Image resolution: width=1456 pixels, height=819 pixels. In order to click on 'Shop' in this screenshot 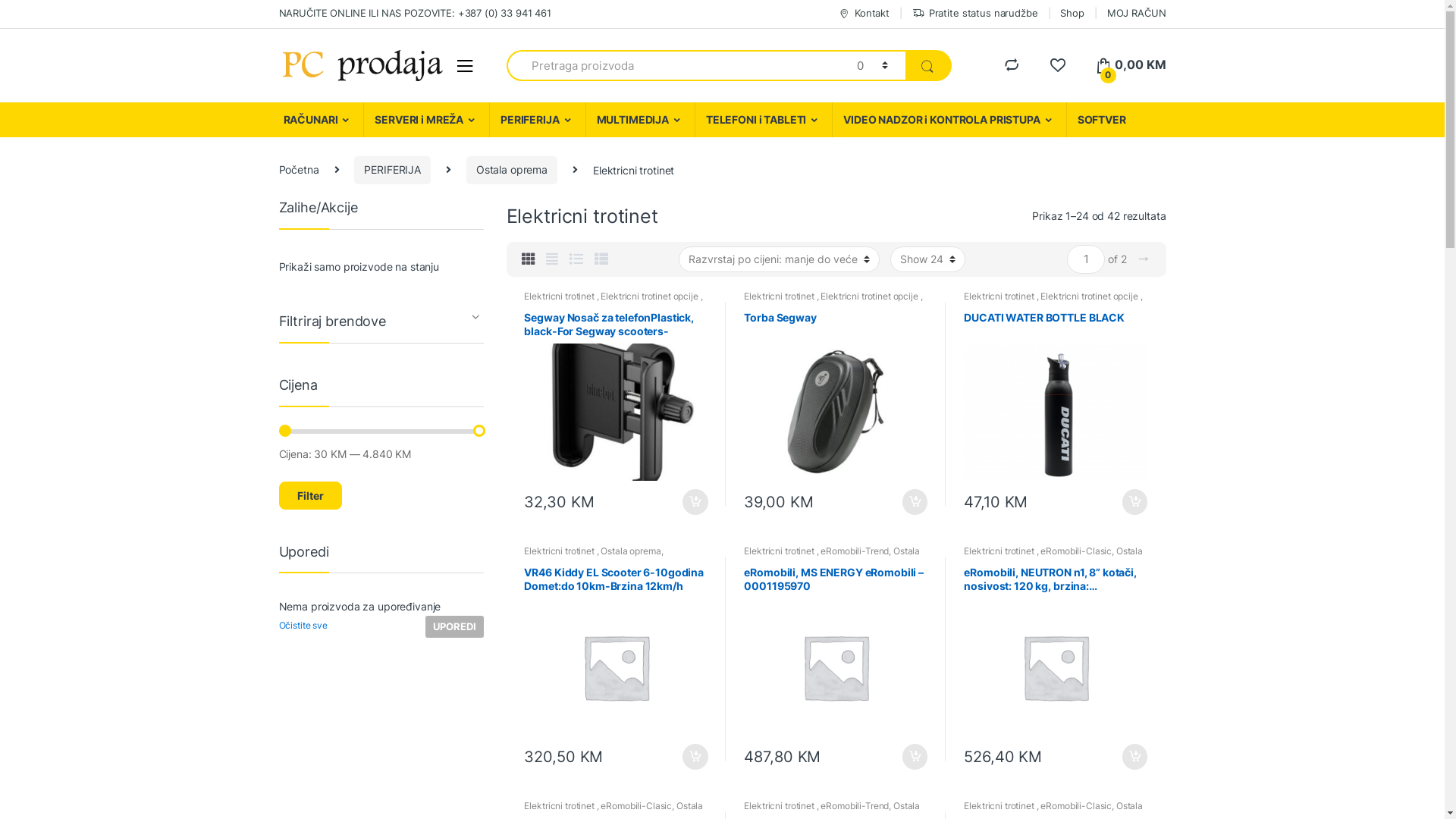, I will do `click(1071, 14)`.